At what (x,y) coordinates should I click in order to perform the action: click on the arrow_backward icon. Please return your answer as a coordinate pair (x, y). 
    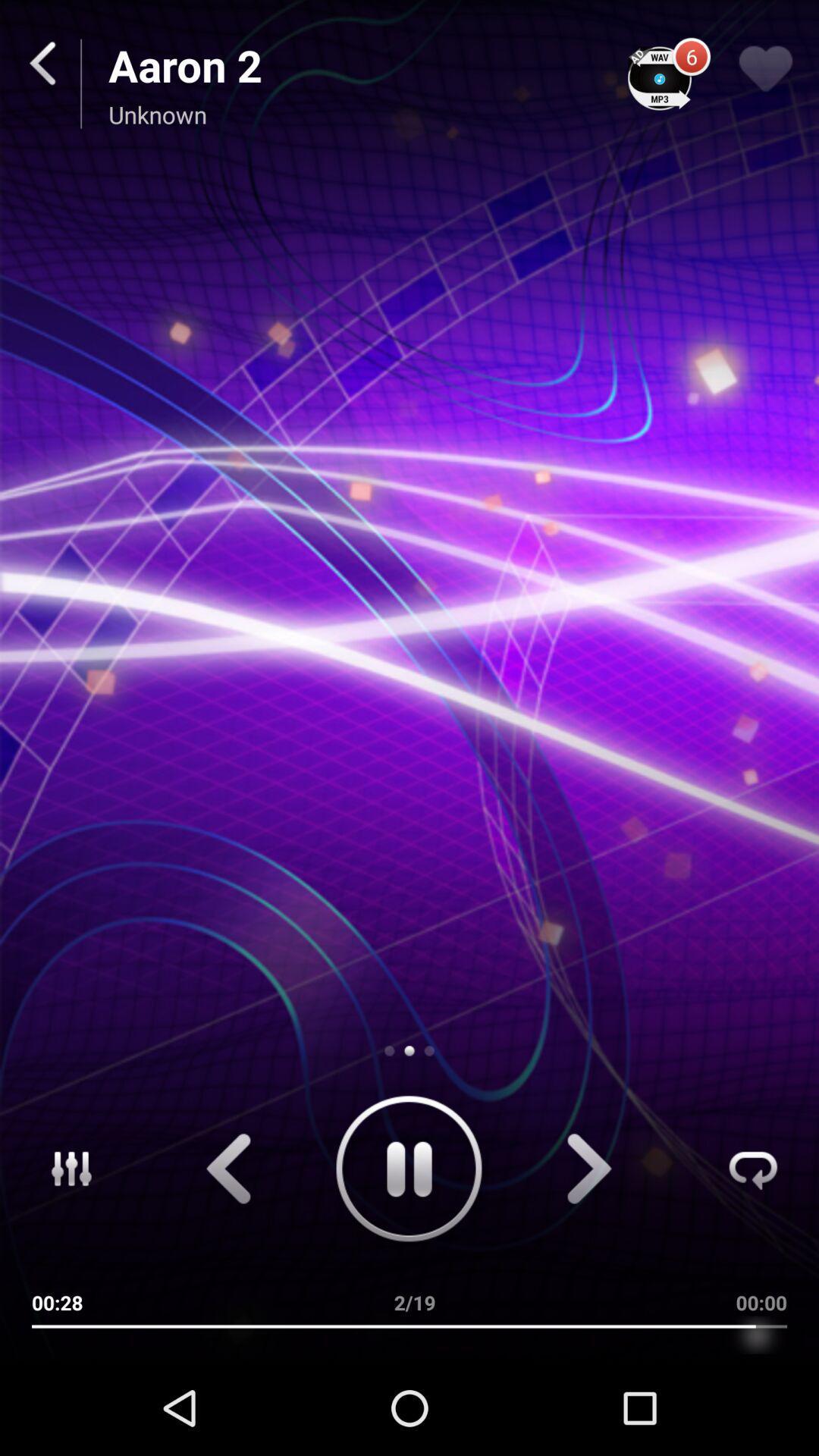
    Looking at the image, I should click on (228, 1255).